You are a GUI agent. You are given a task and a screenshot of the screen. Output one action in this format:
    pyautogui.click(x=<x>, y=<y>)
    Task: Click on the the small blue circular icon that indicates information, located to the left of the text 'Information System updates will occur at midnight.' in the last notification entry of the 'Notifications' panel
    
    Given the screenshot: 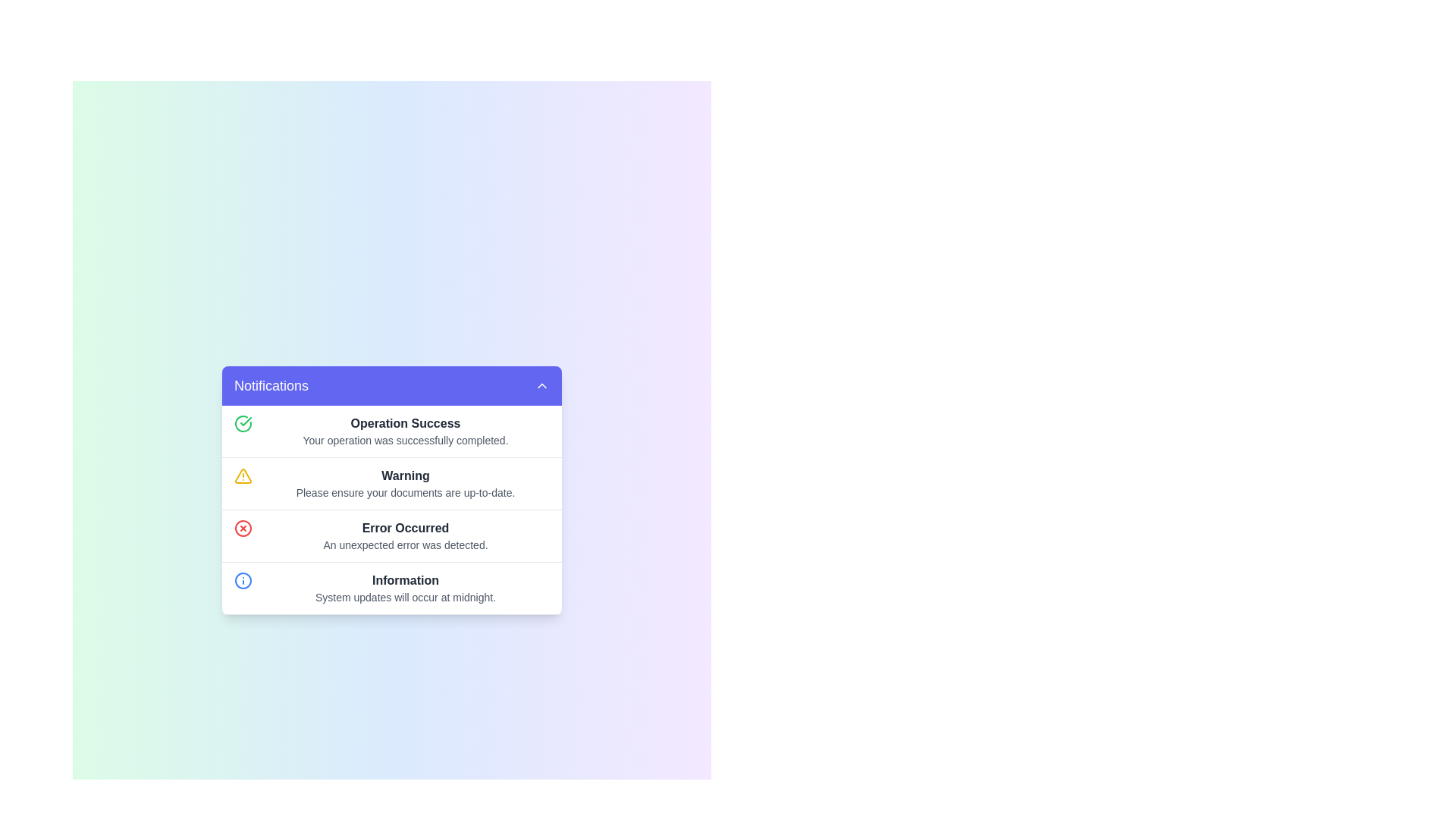 What is the action you would take?
    pyautogui.click(x=243, y=580)
    